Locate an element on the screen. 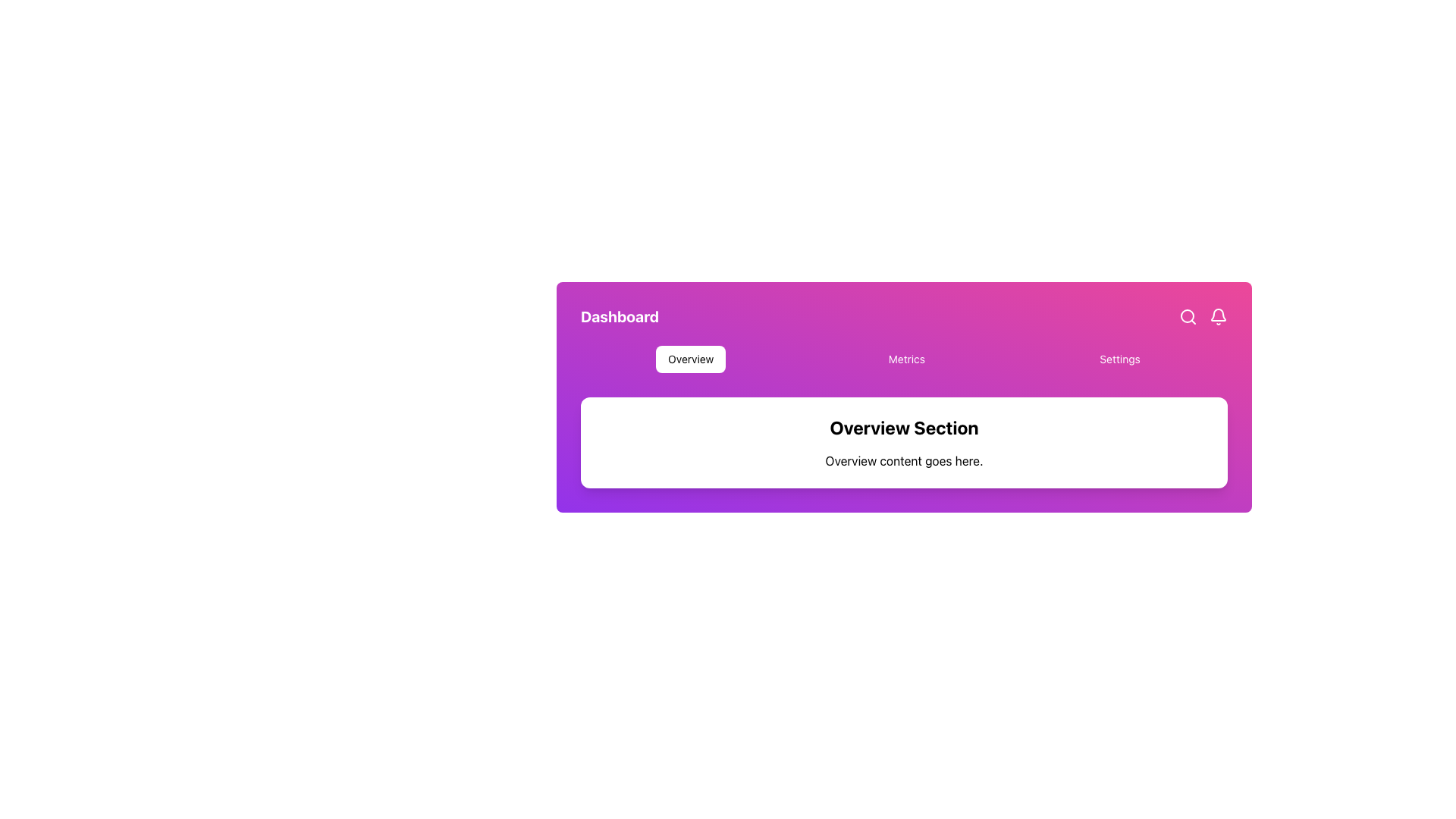 The height and width of the screenshot is (819, 1456). the circular portion of the magnifying glass icon located in the top-right corner of the interface, which represents the search feature is located at coordinates (1186, 315).